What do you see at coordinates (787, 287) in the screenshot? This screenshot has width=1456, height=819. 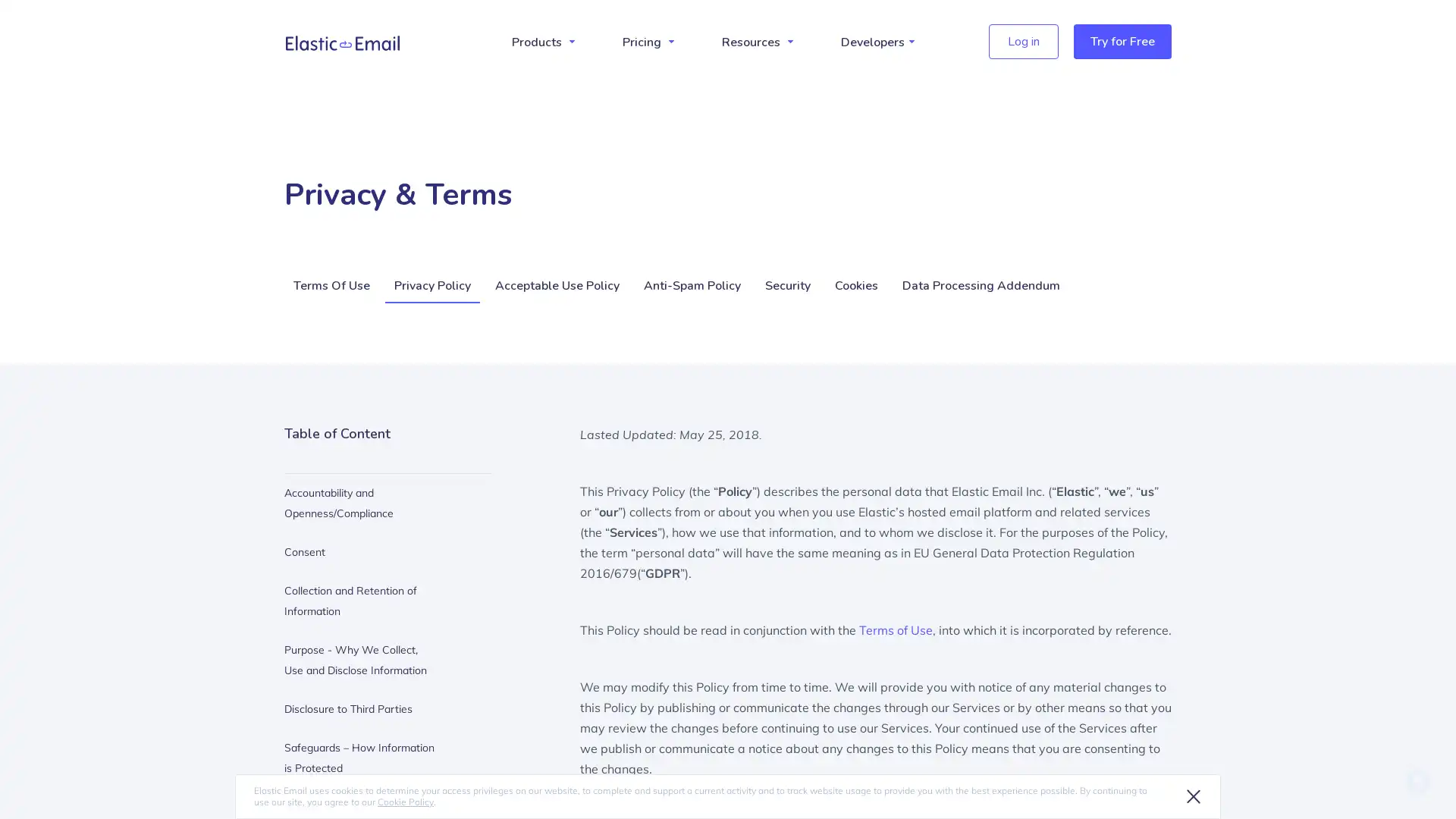 I see `Security` at bounding box center [787, 287].